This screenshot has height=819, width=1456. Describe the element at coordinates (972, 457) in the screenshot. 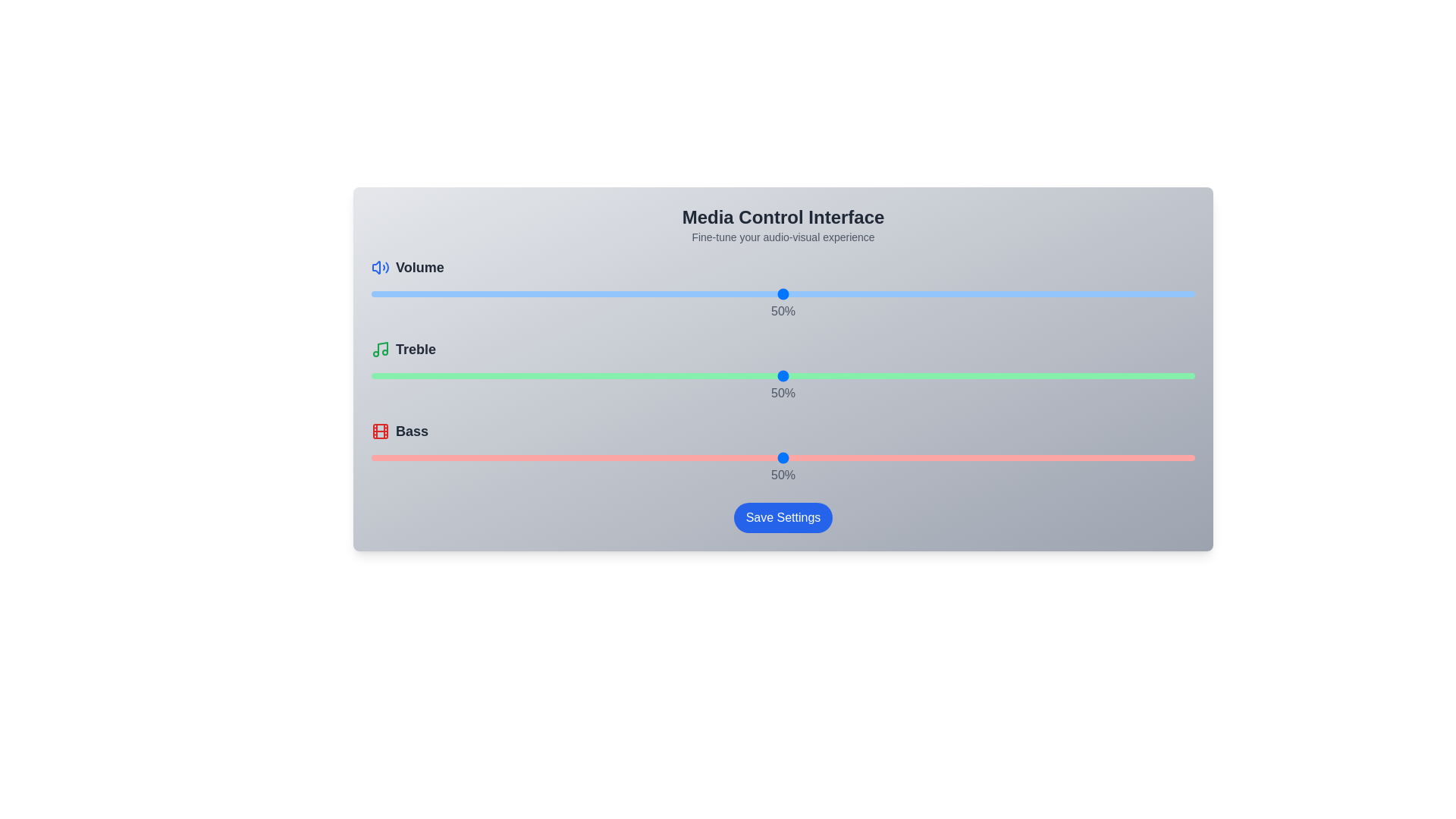

I see `the bass level` at that location.